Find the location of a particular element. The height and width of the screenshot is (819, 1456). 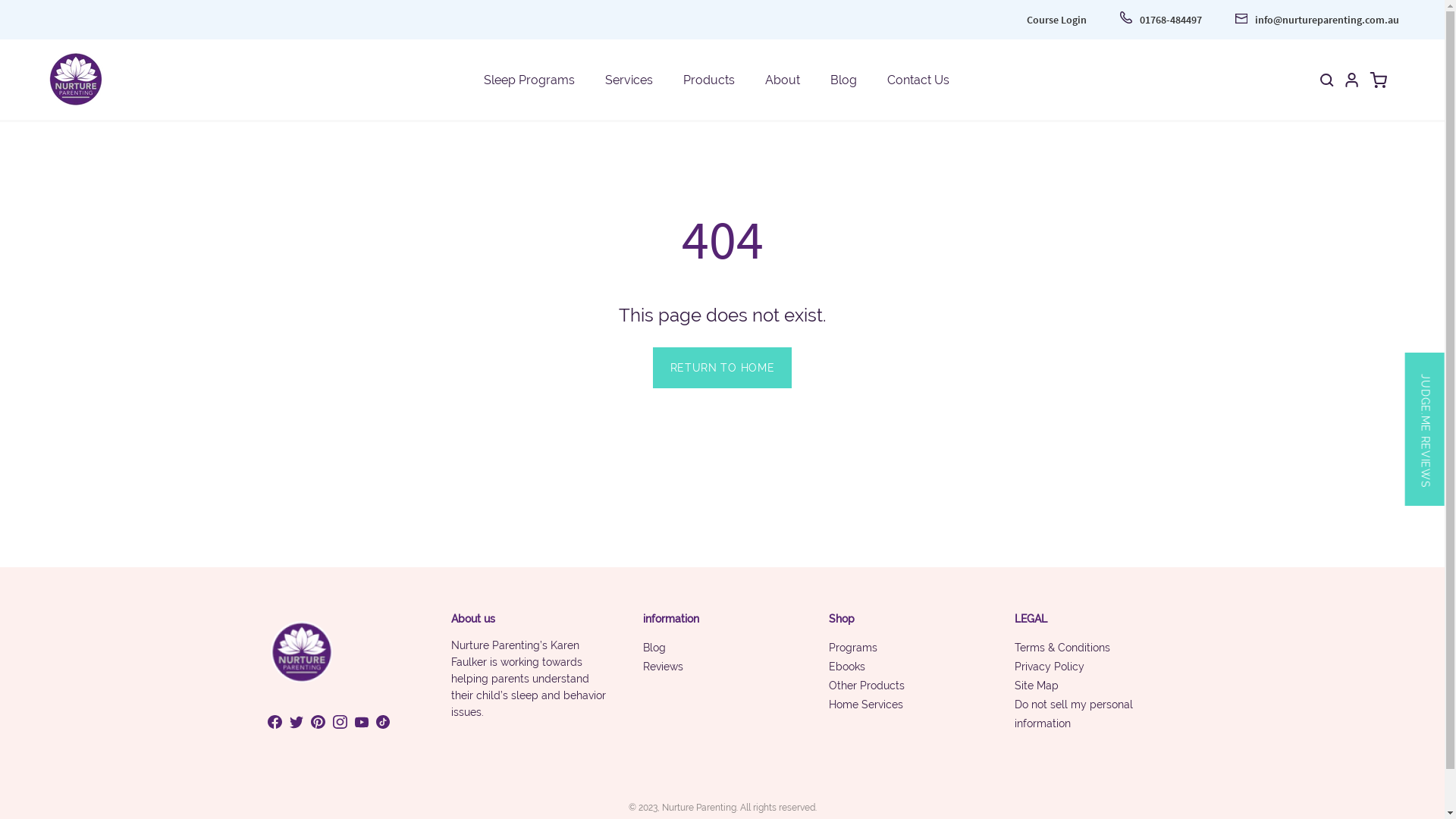

'Open search bar' is located at coordinates (1319, 79).